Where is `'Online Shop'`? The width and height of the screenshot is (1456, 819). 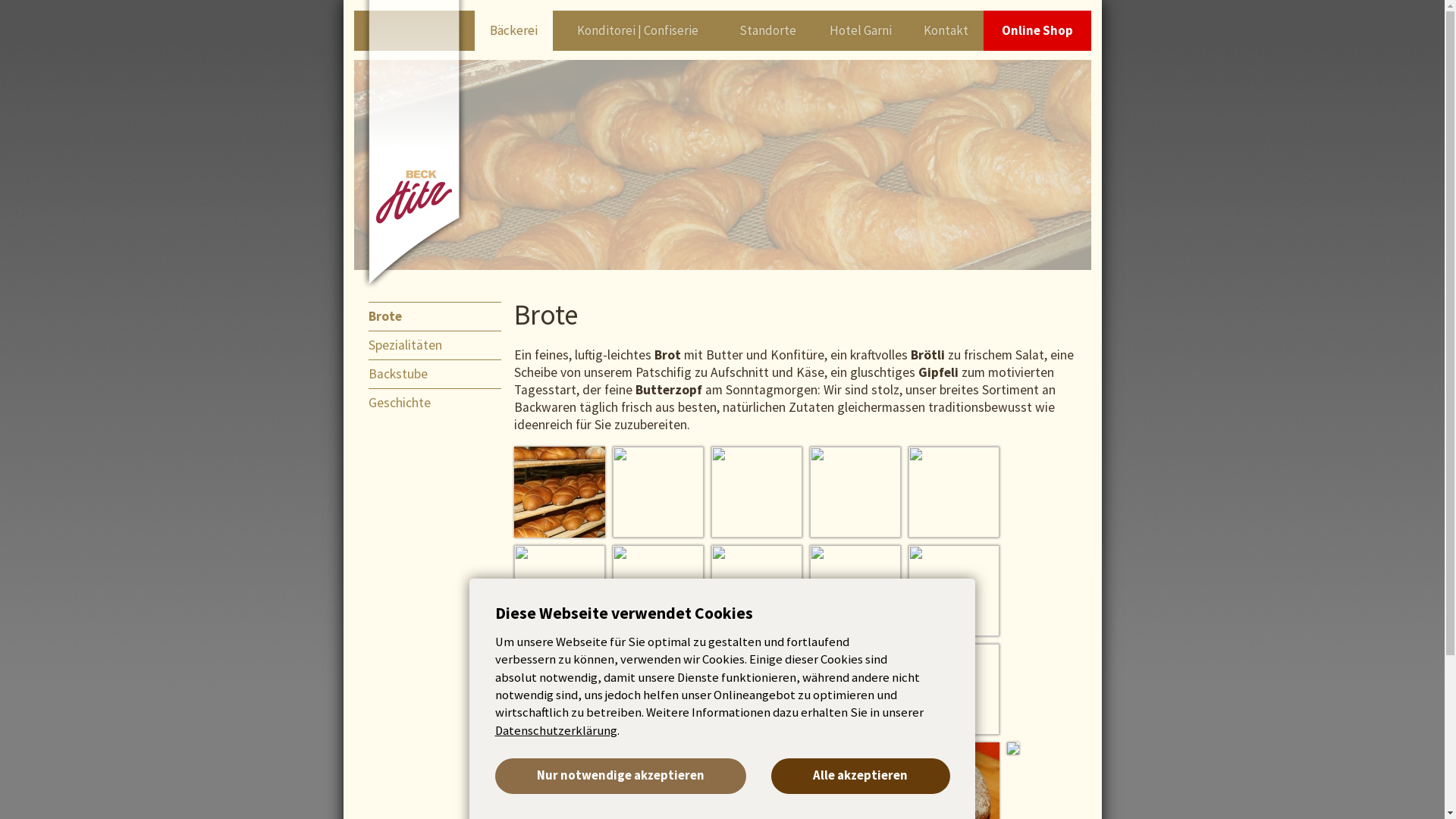
'Online Shop' is located at coordinates (1037, 30).